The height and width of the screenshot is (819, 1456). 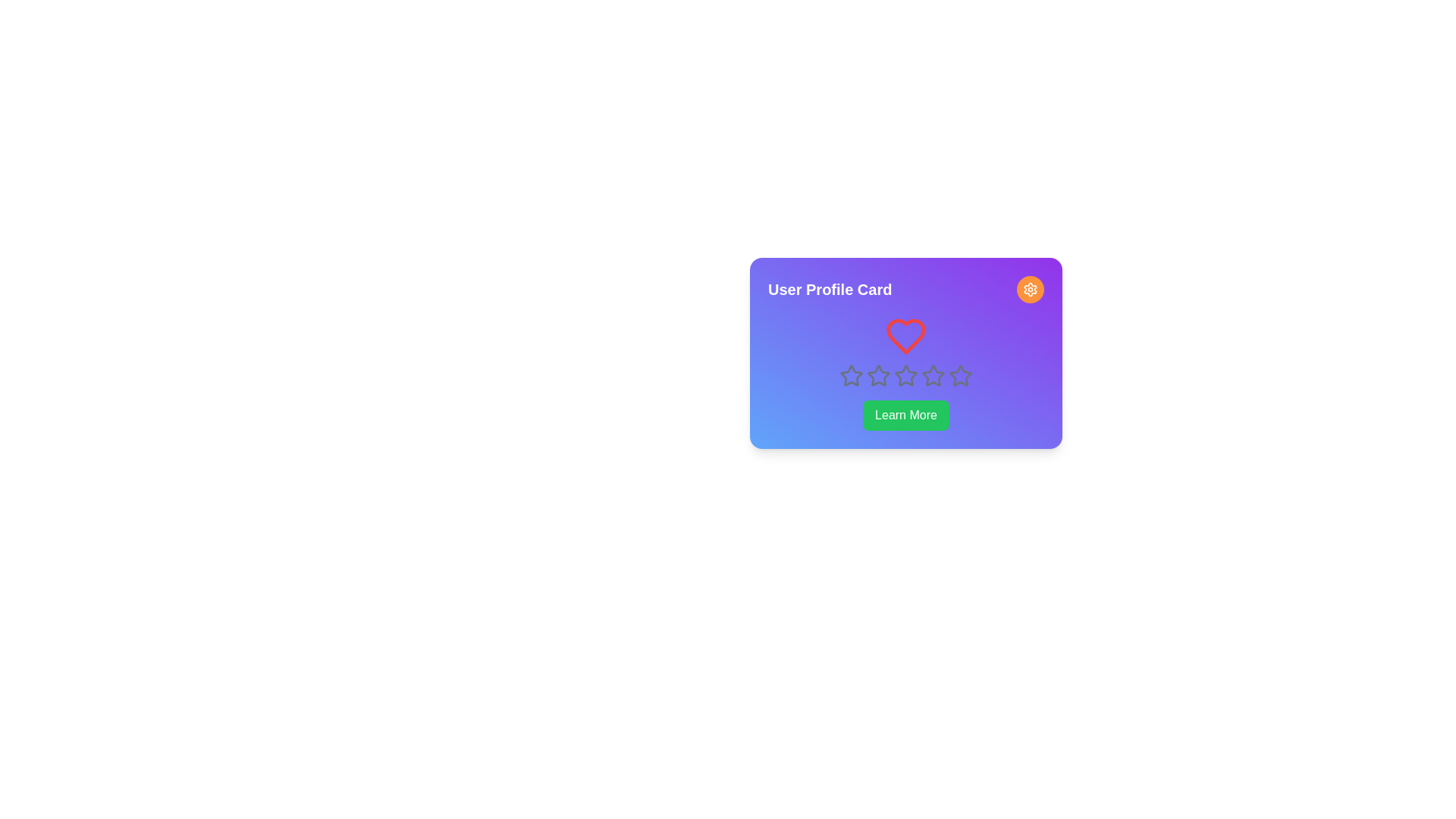 I want to click on the circular orange button with a gear-shaped icon in the top-right corner of the 'User Profile Card', so click(x=1030, y=289).